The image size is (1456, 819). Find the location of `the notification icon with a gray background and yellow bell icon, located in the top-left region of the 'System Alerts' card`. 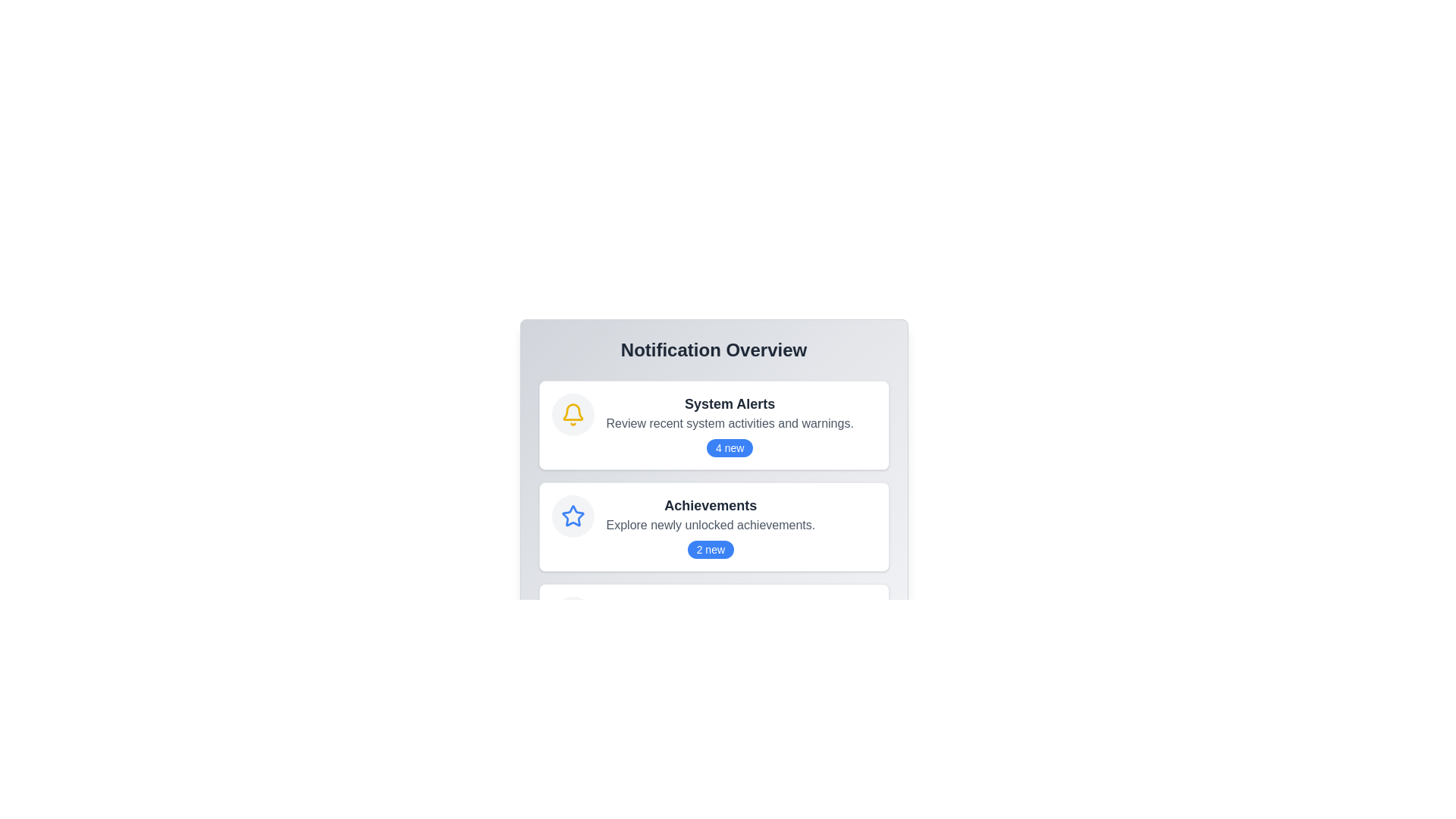

the notification icon with a gray background and yellow bell icon, located in the top-left region of the 'System Alerts' card is located at coordinates (572, 415).